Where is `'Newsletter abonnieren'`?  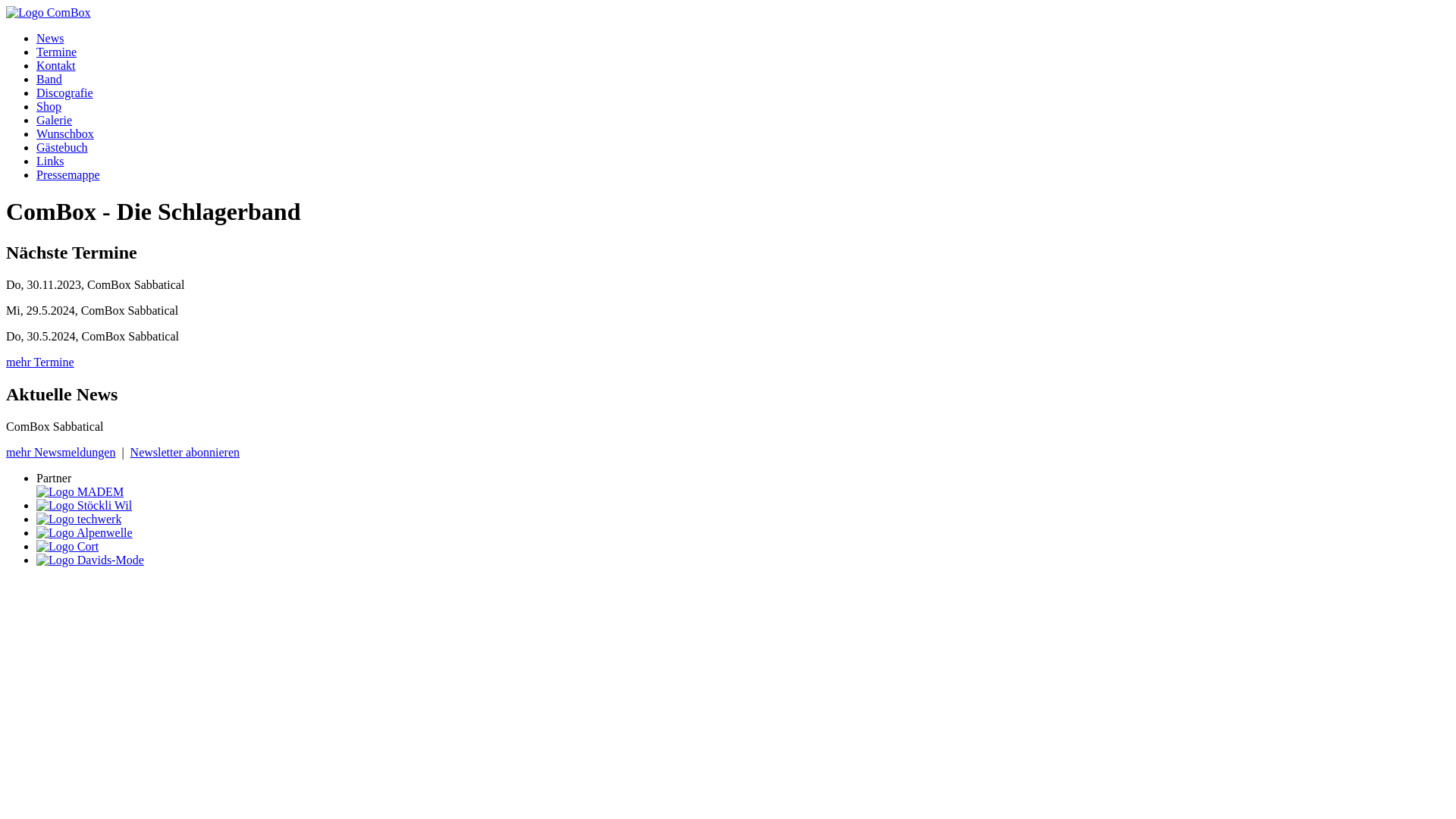 'Newsletter abonnieren' is located at coordinates (184, 451).